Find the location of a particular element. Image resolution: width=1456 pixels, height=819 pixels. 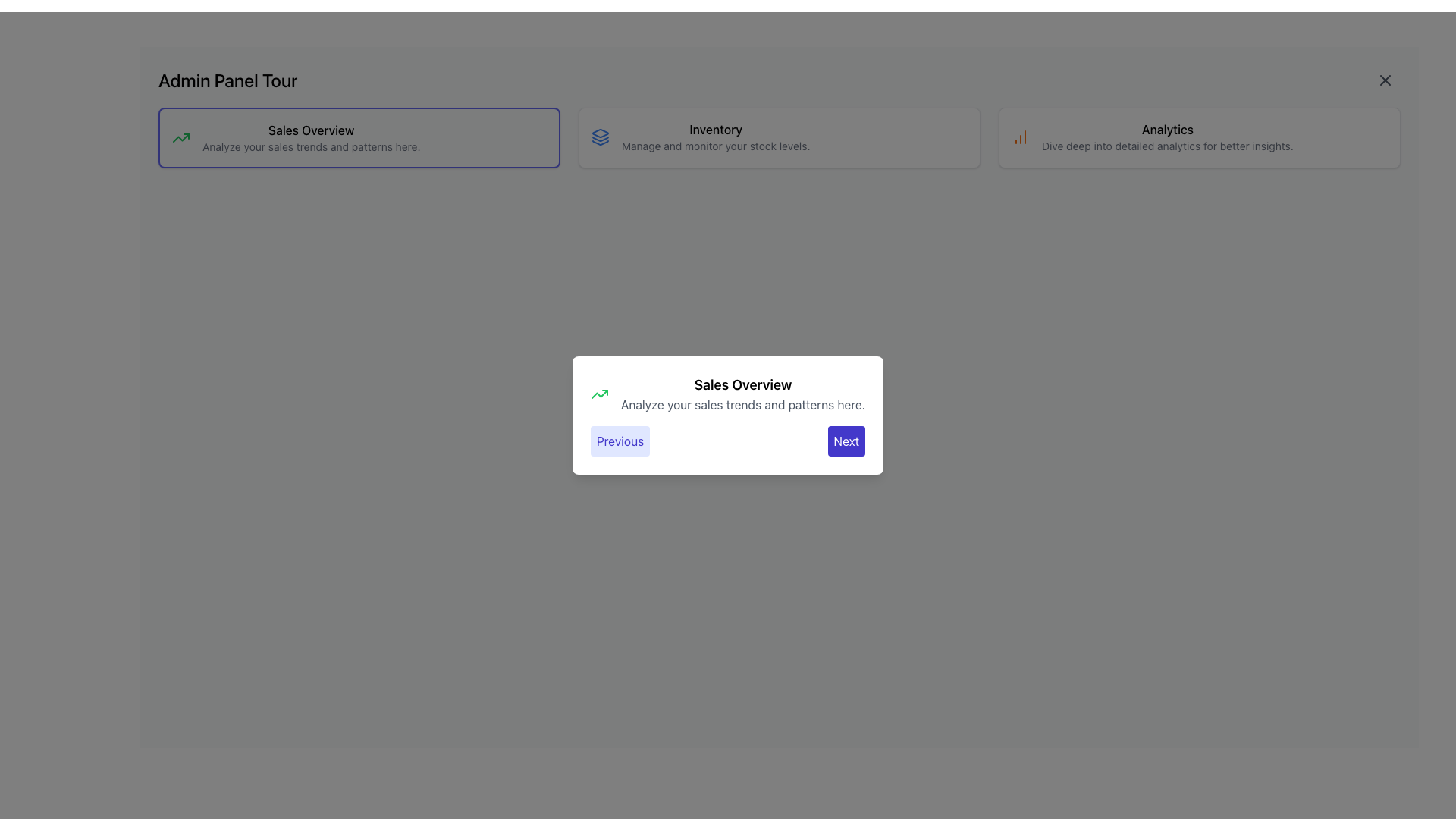

the Informational Card with a green upward trending arrow icon, titled 'Sales Overview', located in the top left segment of the grid layout is located at coordinates (359, 137).